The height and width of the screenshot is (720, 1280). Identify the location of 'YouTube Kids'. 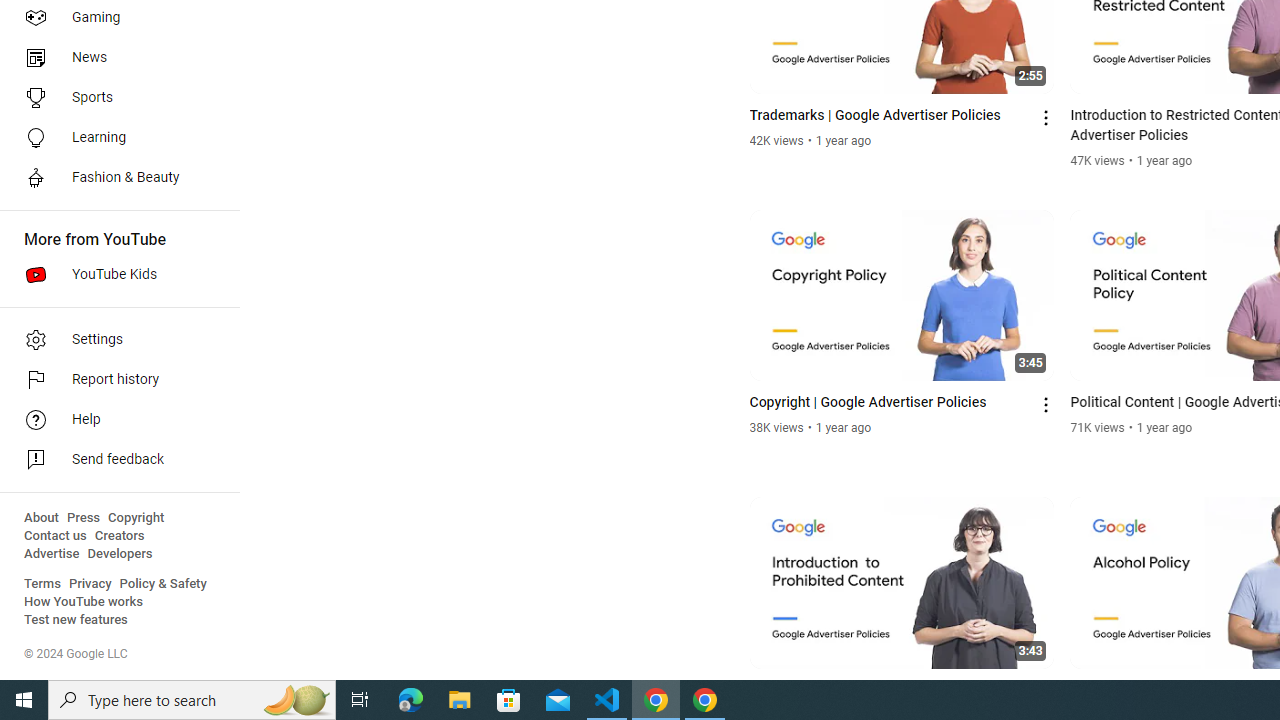
(112, 275).